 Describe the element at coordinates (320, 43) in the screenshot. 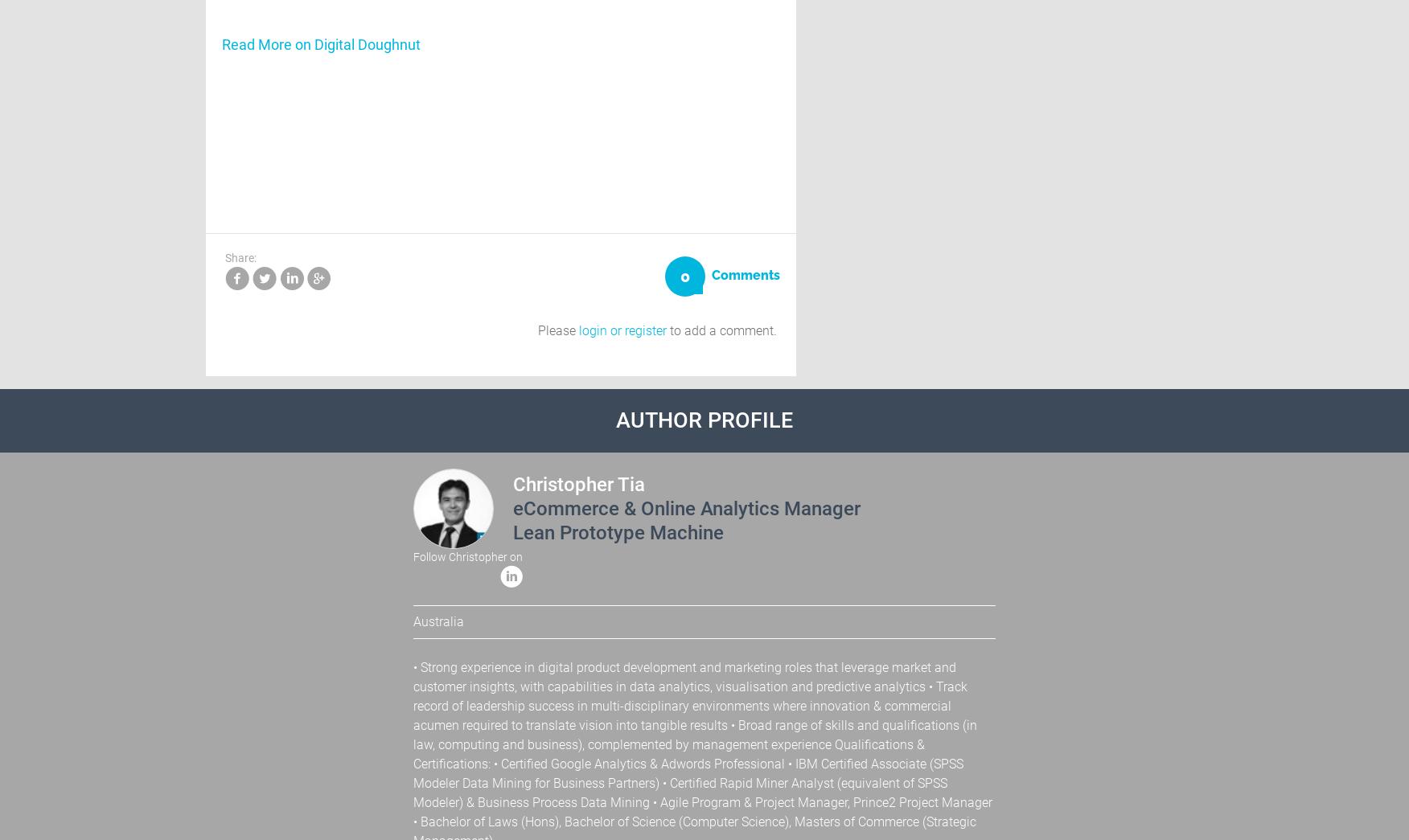

I see `'Read More on Digital Doughnut'` at that location.